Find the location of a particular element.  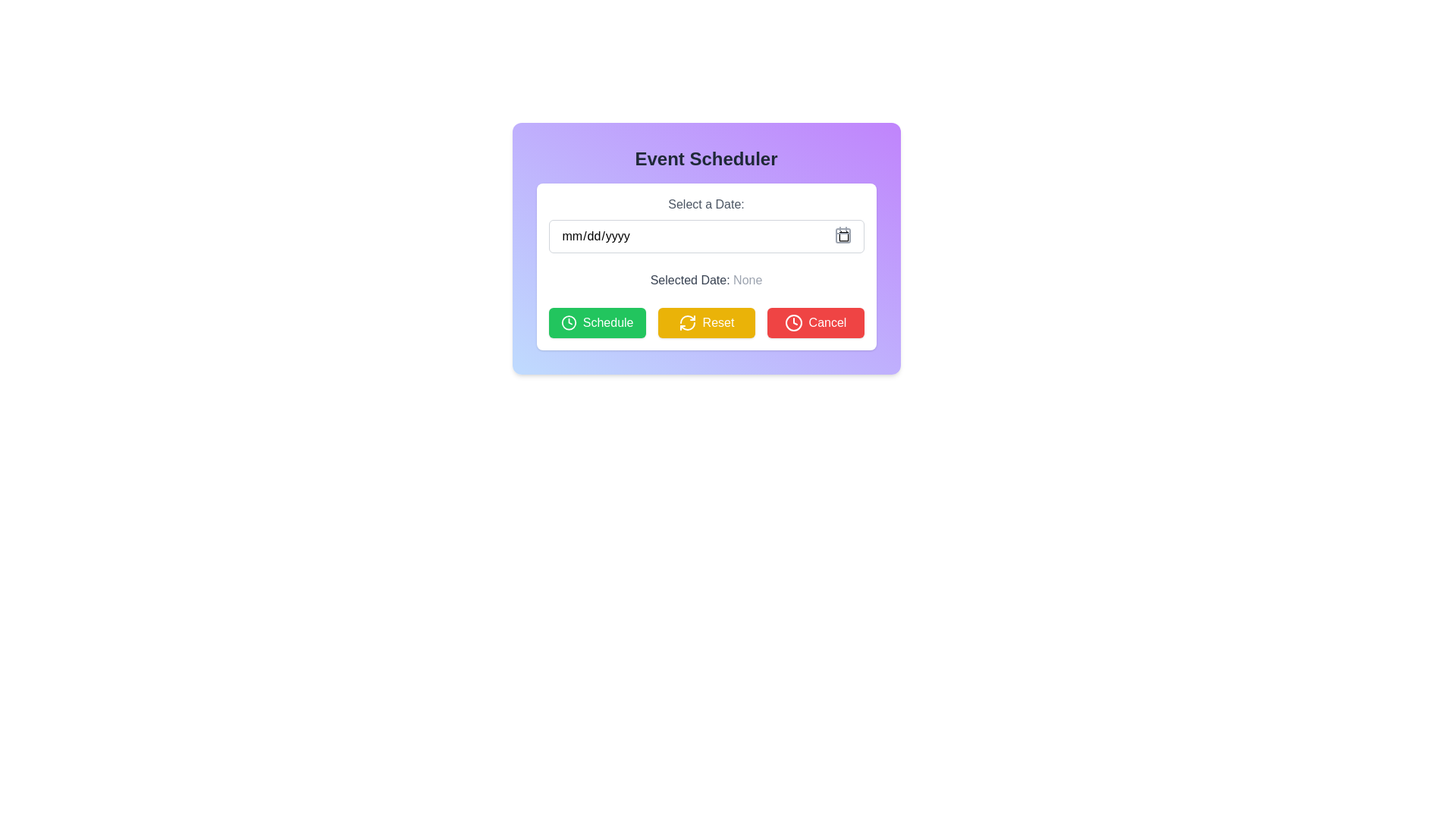

the circular arrow icon inside the yellow 'Reset' button, which is the middle button among three buttons below the date picker field is located at coordinates (686, 322).